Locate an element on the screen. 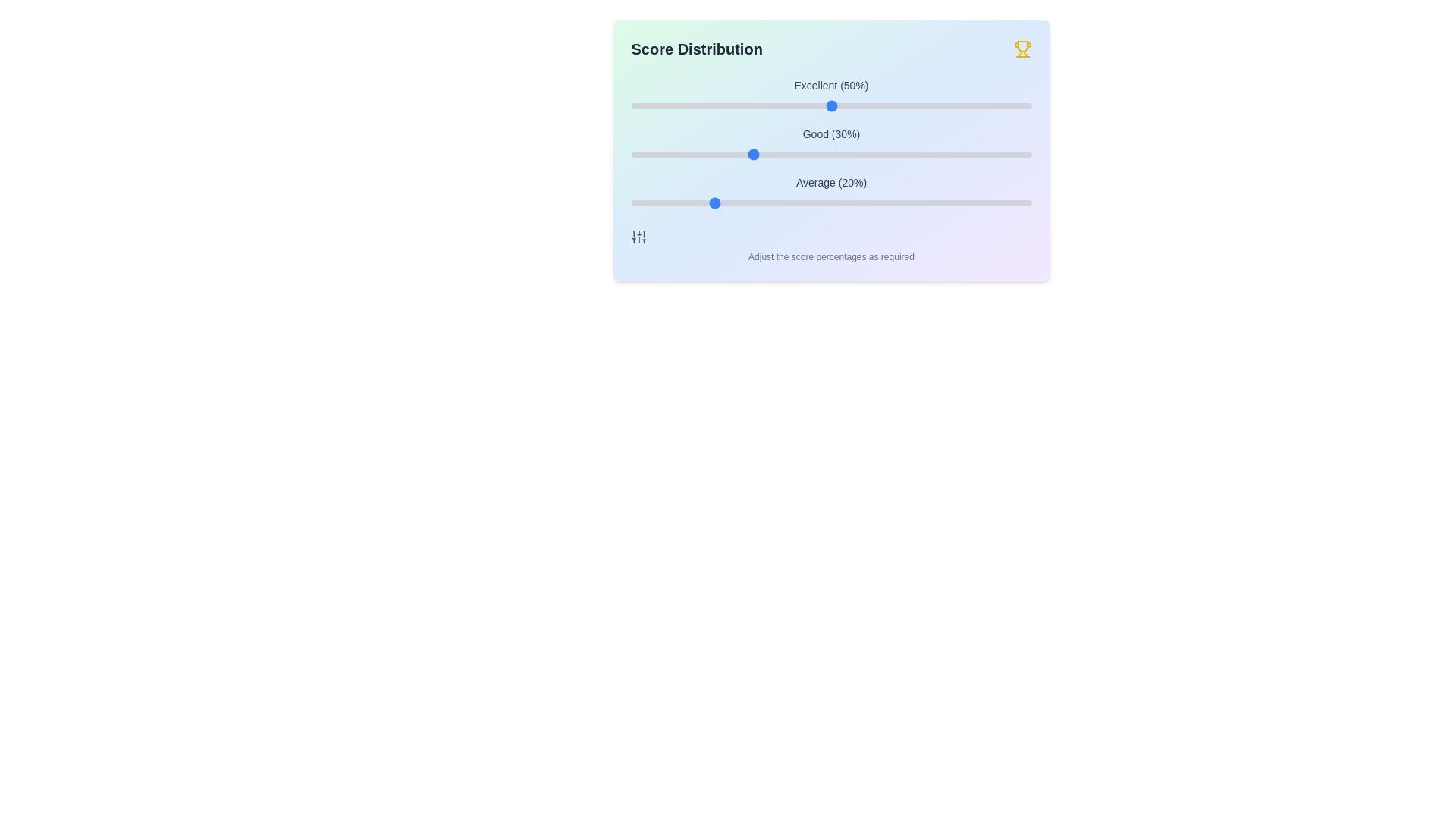 Image resolution: width=1456 pixels, height=819 pixels. the slider for the 'Good' category to 40% is located at coordinates (790, 155).